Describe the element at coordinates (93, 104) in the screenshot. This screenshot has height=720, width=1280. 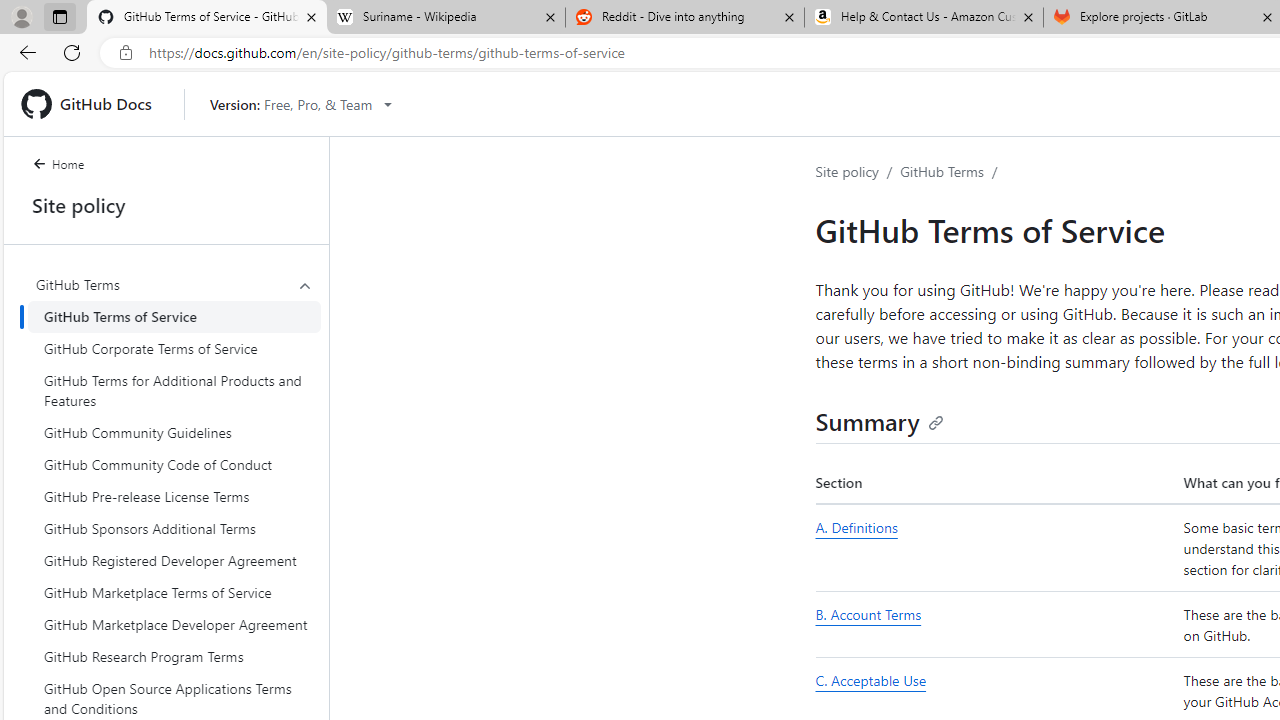
I see `'GitHub Docs'` at that location.